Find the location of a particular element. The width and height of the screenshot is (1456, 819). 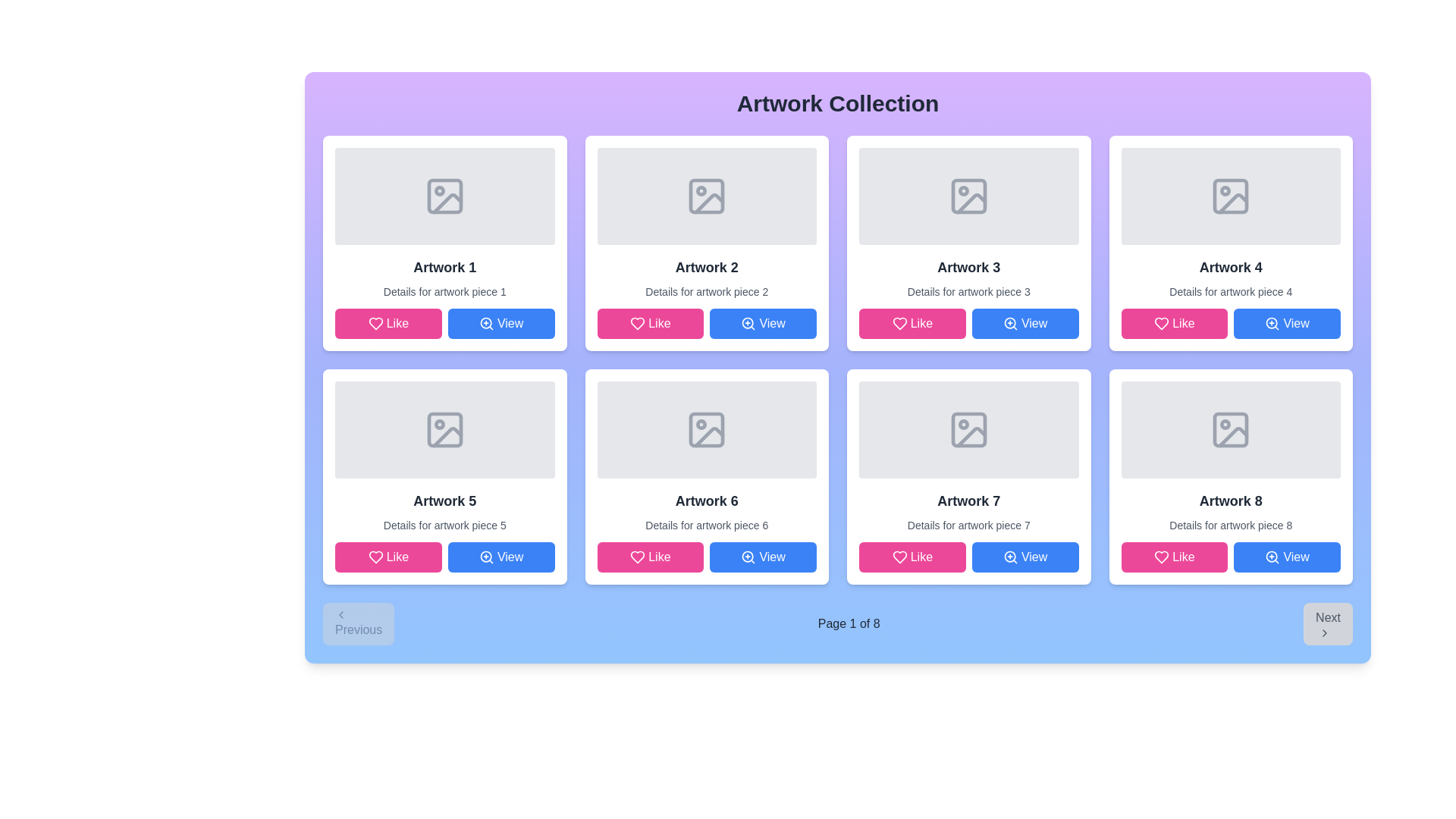

the image placeholder icon located at the center of the image area in the first card labeled 'Artwork 1' in the top-left corner of the grid layout is located at coordinates (444, 195).